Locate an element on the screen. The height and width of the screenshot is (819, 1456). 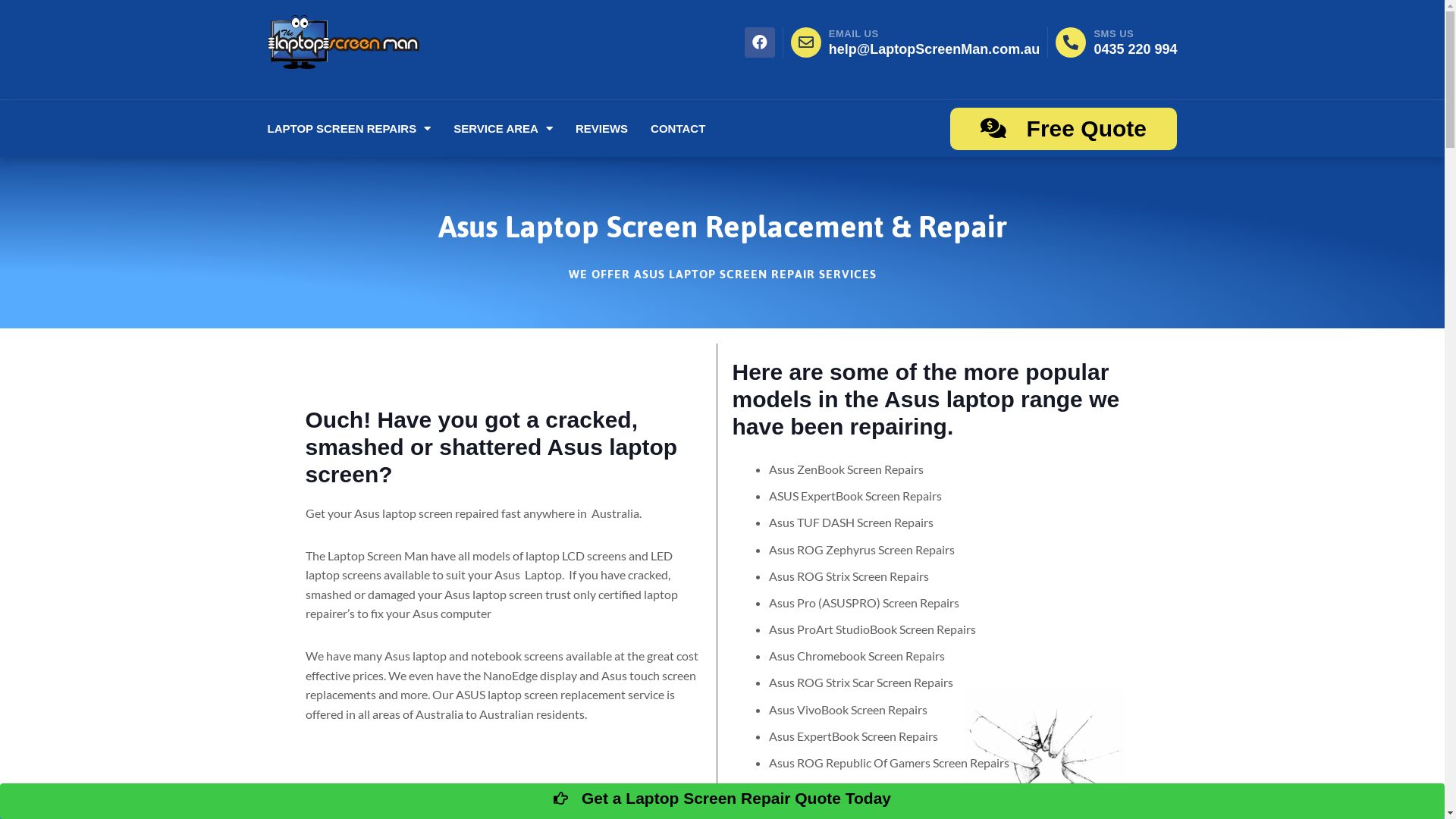
'Free Quote' is located at coordinates (1062, 127).